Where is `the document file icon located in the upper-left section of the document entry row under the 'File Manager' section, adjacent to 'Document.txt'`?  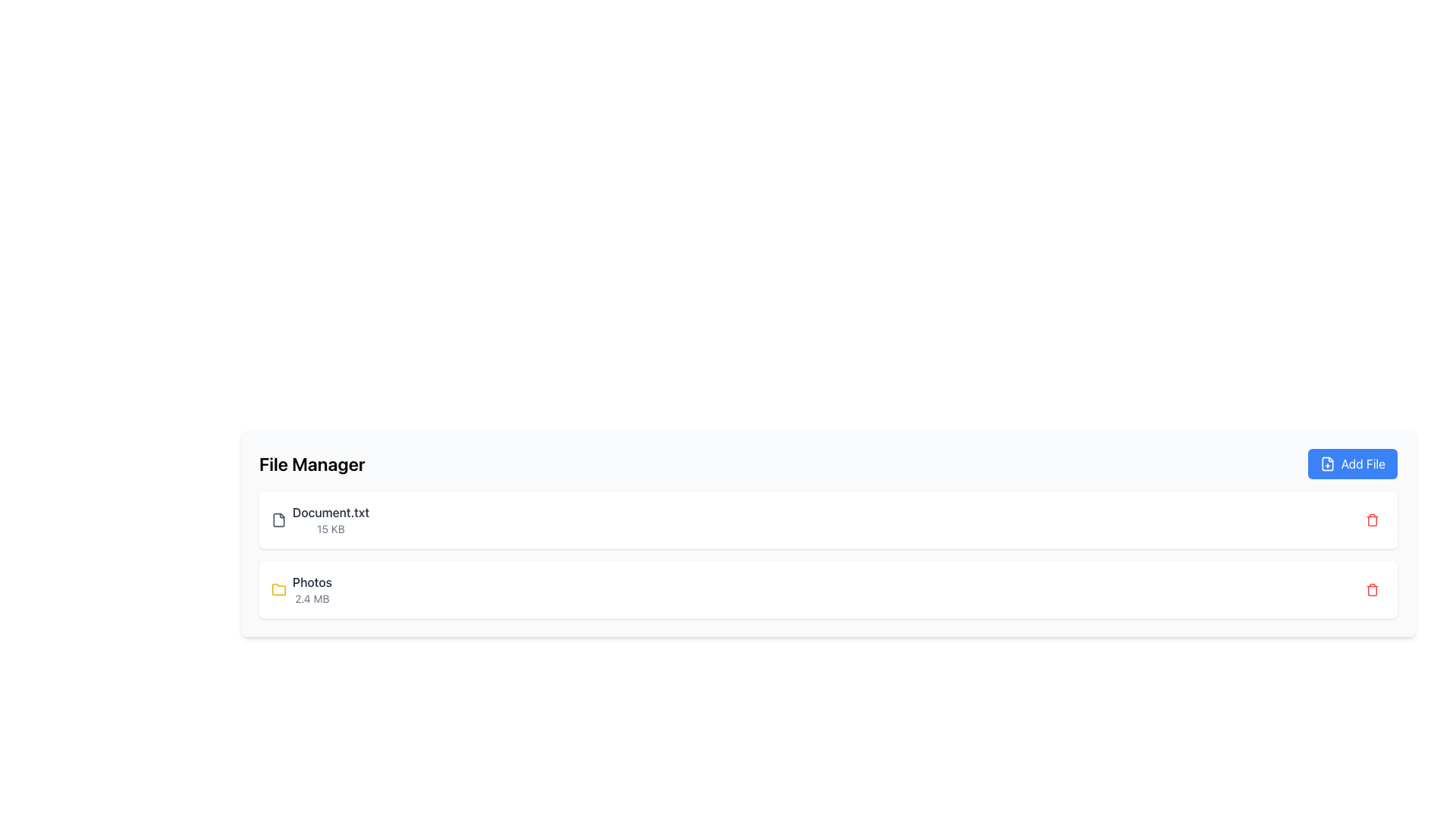 the document file icon located in the upper-left section of the document entry row under the 'File Manager' section, adjacent to 'Document.txt' is located at coordinates (279, 519).